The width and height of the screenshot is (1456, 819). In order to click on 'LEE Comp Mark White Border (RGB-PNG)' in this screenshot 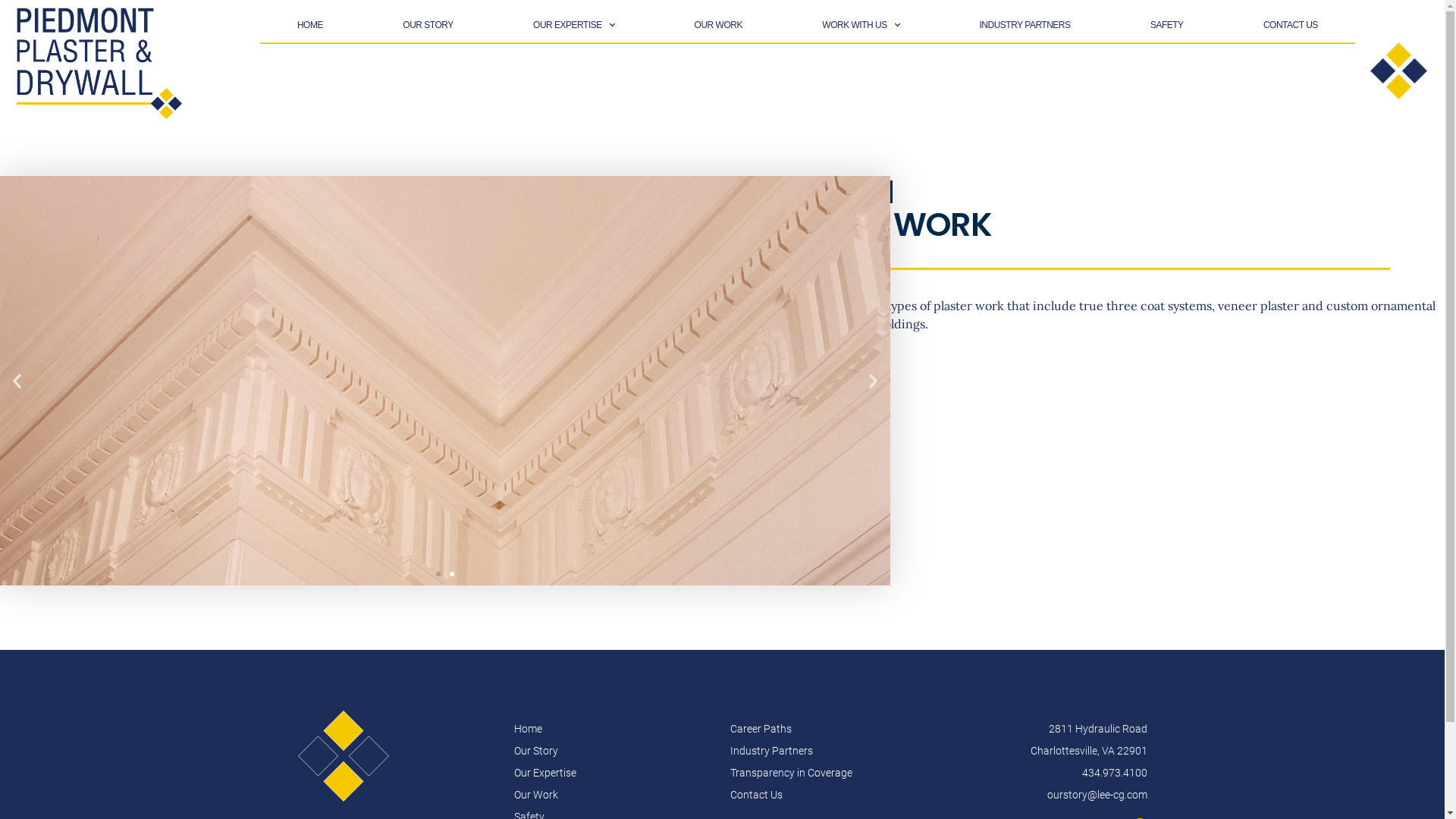, I will do `click(297, 755)`.